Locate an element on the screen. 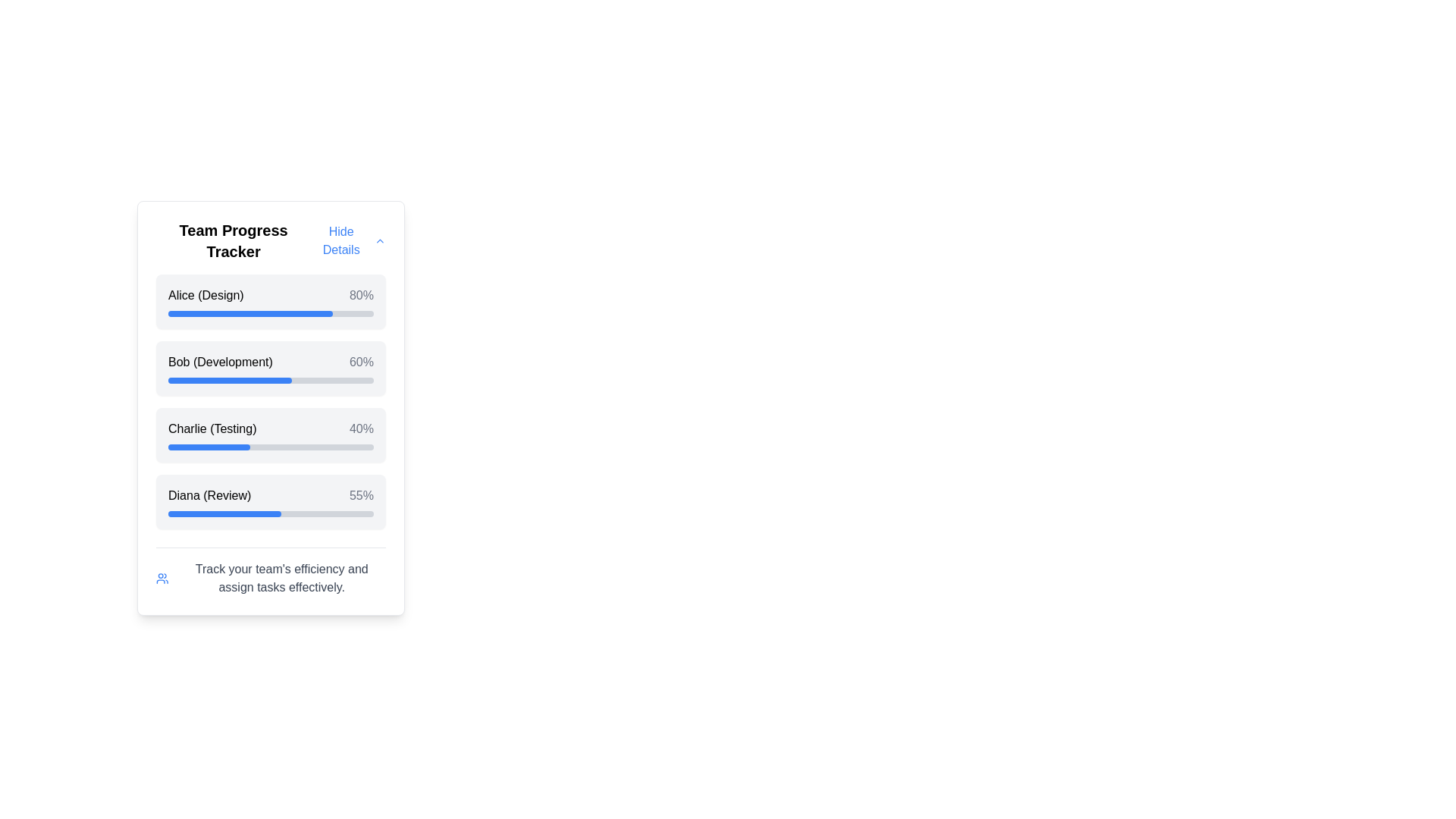  informational text block that states 'Track your team's efficiency and assign tasks effectively.' located at the bottom of the 'Team Progress Tracker' card layout is located at coordinates (271, 572).